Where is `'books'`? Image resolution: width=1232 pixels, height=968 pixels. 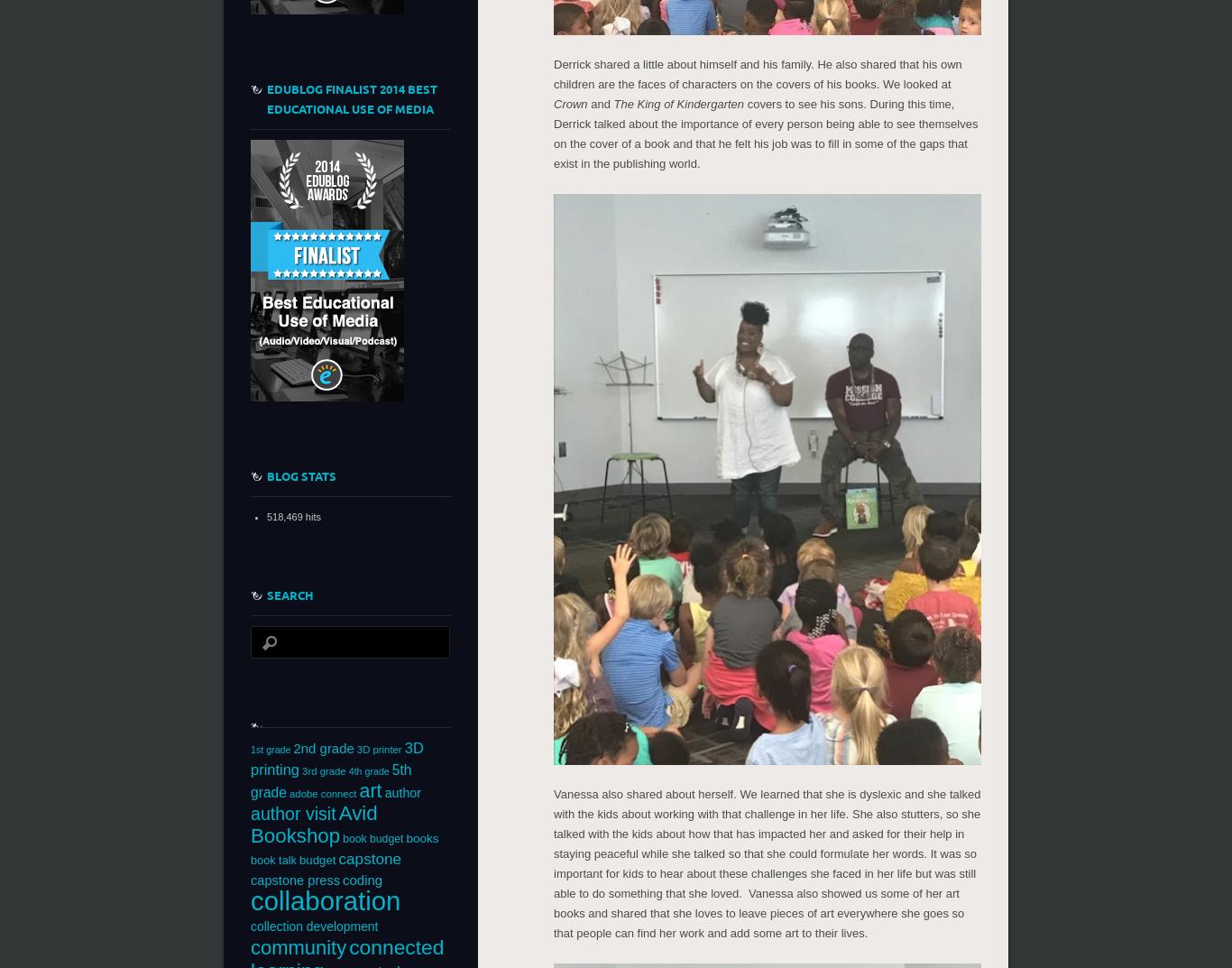 'books' is located at coordinates (421, 838).